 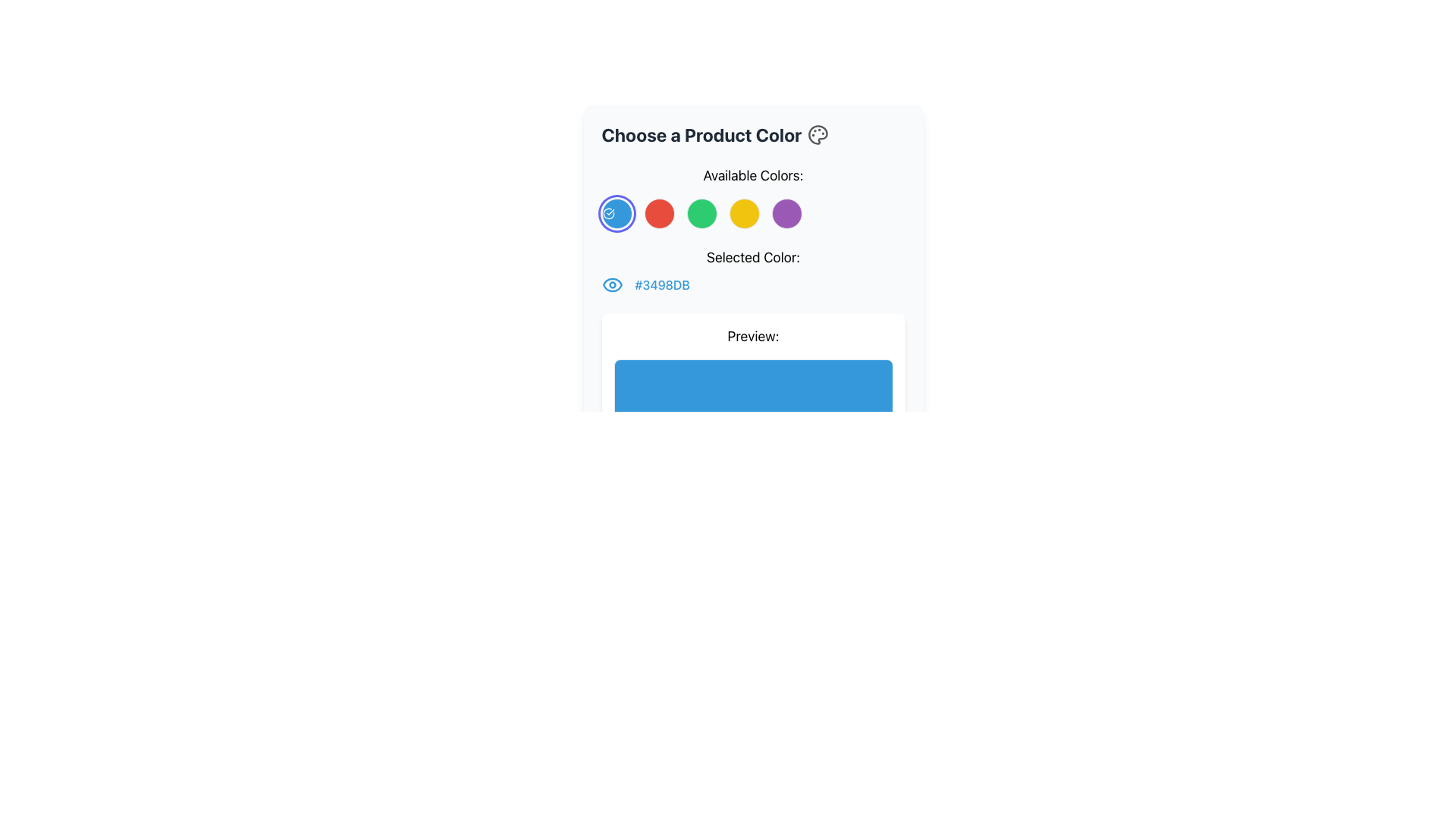 I want to click on the static text displaying the hexadecimal color code '#3498DB' located in the 'Selected Color' section, positioned immediately to the right of an eye icon, so click(x=662, y=284).